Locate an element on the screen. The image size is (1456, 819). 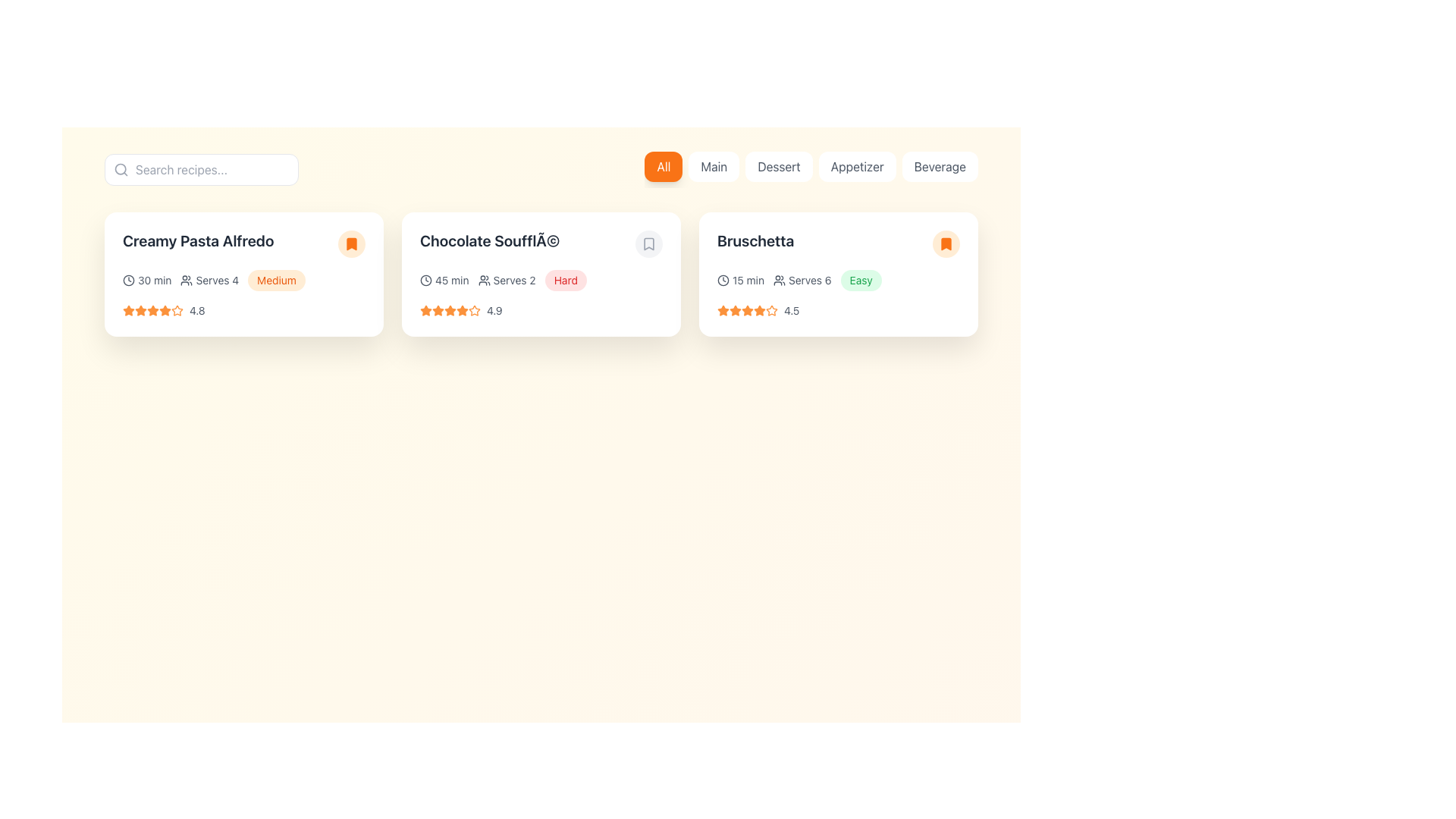
the SVG circle element that enhances the visual appearance of the search icon, located at the top-left region of the interface is located at coordinates (120, 169).